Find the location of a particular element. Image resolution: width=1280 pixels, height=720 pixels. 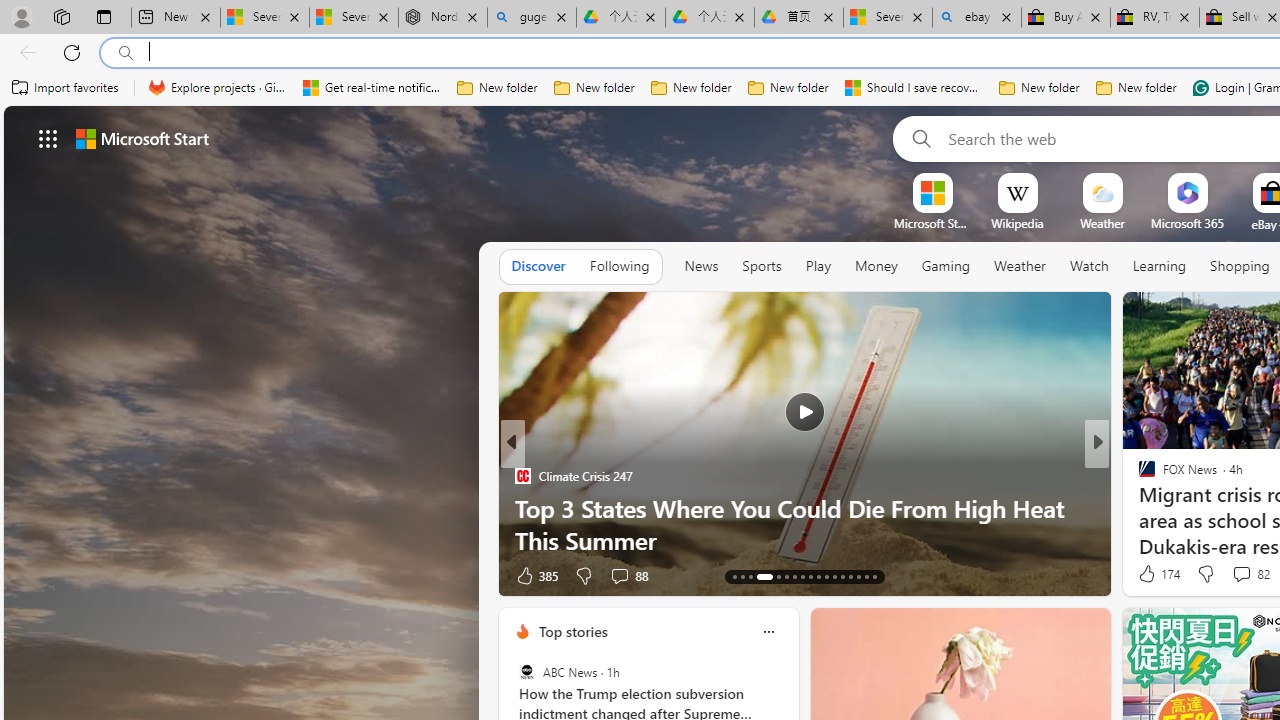

'View comments 82 Comment' is located at coordinates (1248, 574).